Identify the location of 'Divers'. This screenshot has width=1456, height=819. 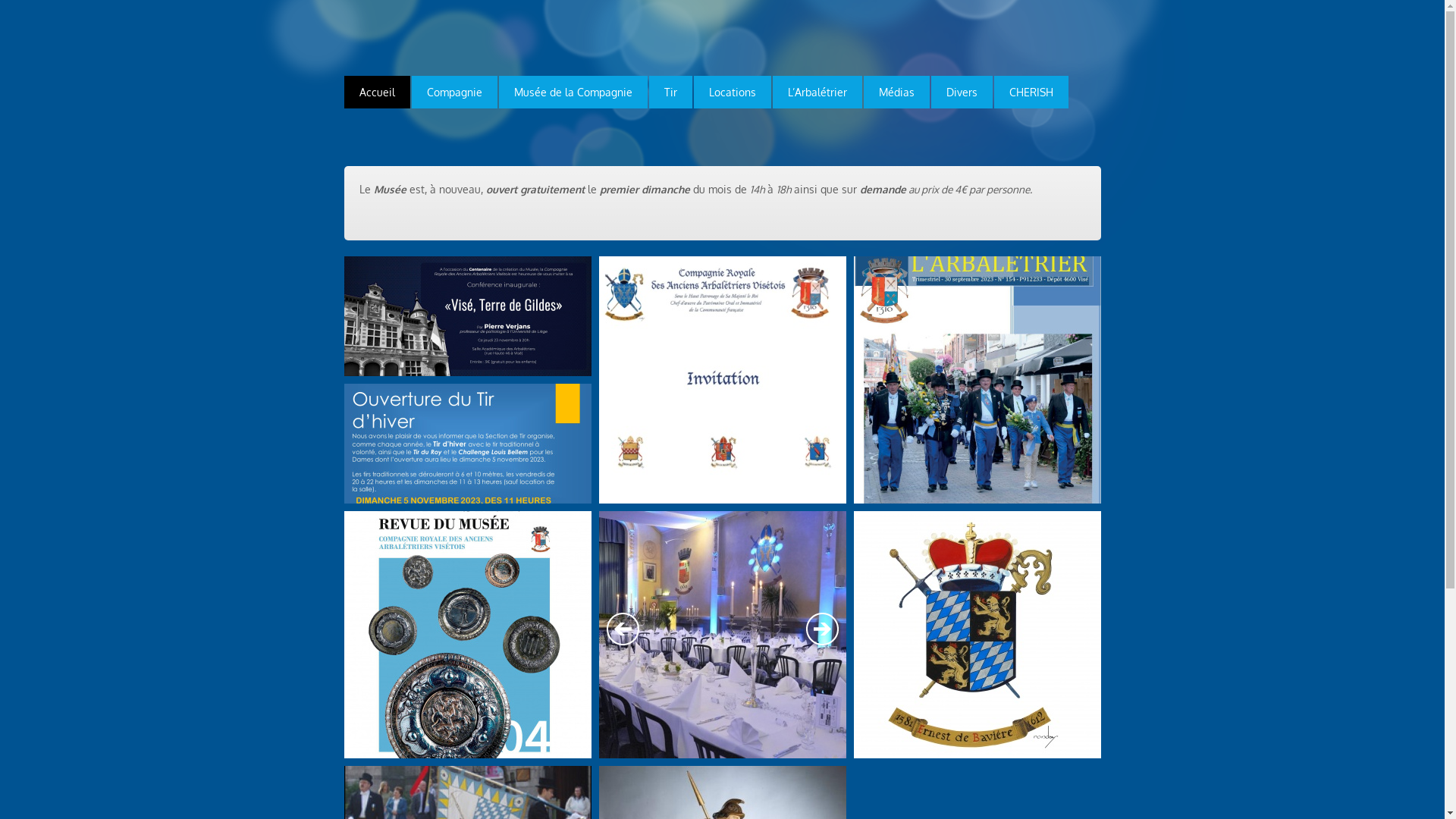
(961, 92).